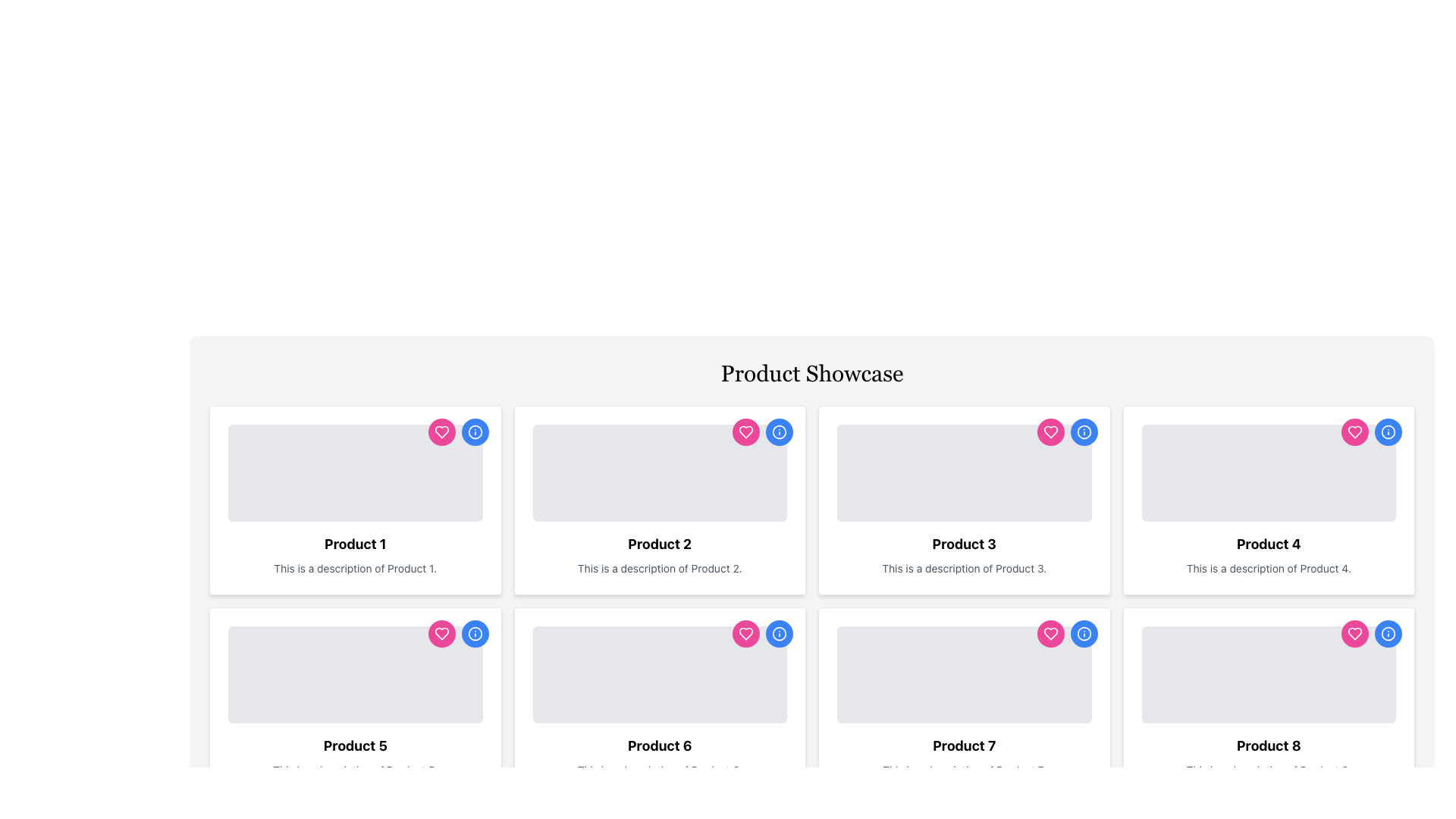 The width and height of the screenshot is (1456, 819). Describe the element at coordinates (660, 500) in the screenshot. I see `the second card in the grid layout that has a white background, titled 'Product 2'` at that location.